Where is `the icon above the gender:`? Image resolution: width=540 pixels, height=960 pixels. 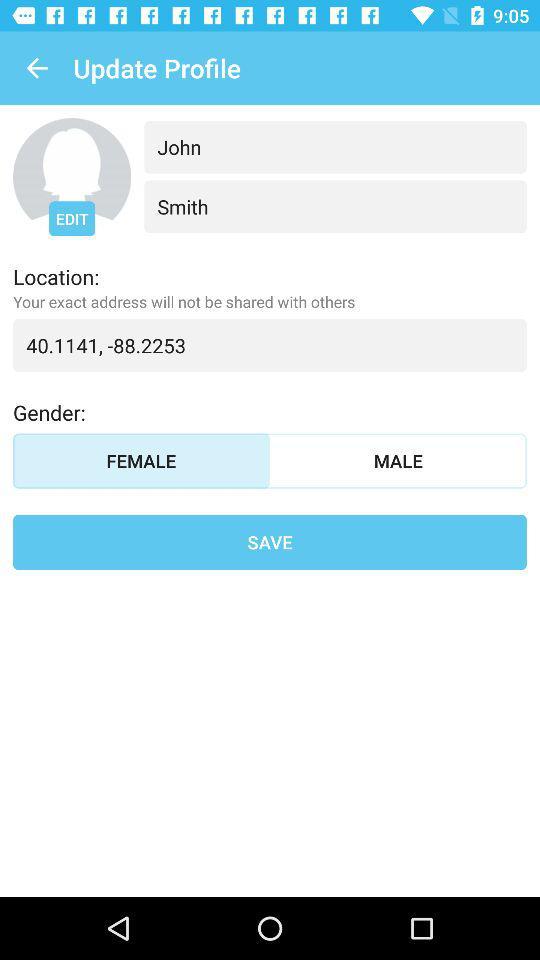
the icon above the gender: is located at coordinates (270, 345).